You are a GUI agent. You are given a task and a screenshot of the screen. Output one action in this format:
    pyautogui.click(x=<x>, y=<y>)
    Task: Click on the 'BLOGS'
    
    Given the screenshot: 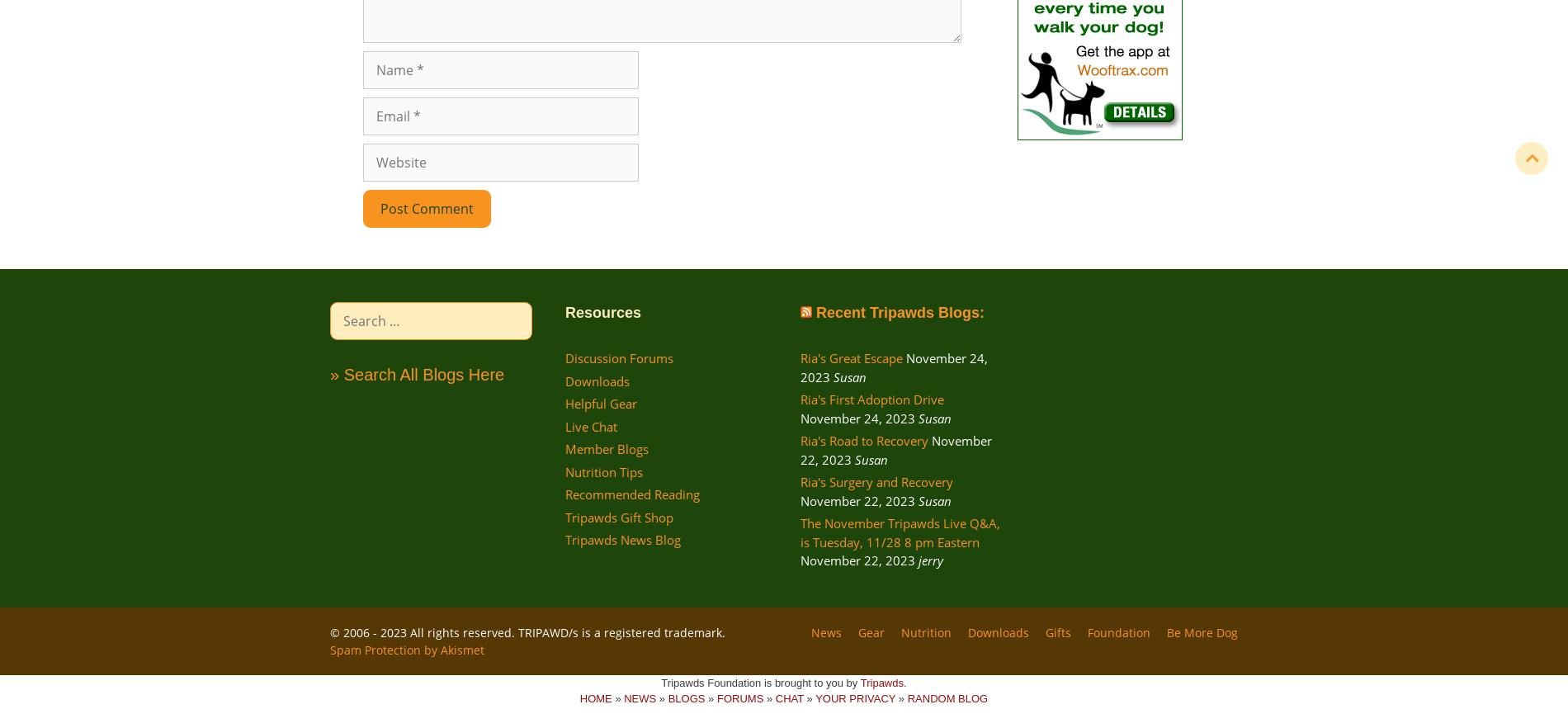 What is the action you would take?
    pyautogui.click(x=685, y=698)
    